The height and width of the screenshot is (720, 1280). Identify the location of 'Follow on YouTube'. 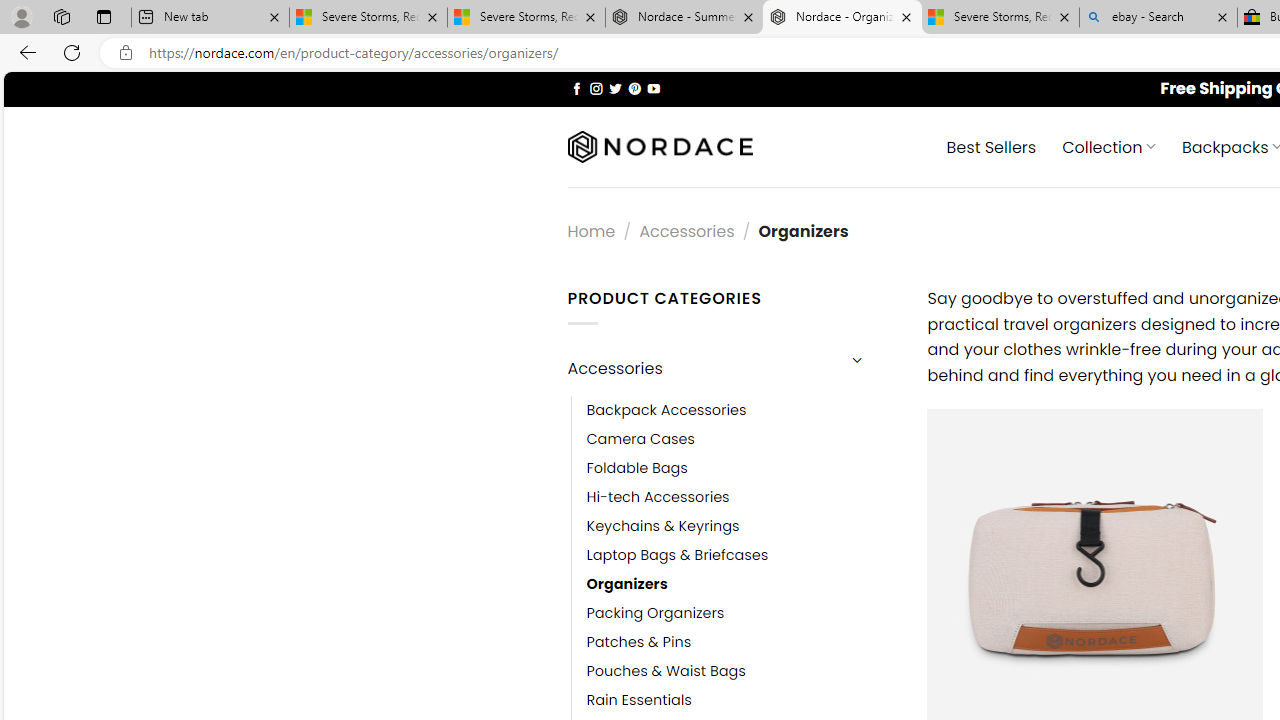
(653, 87).